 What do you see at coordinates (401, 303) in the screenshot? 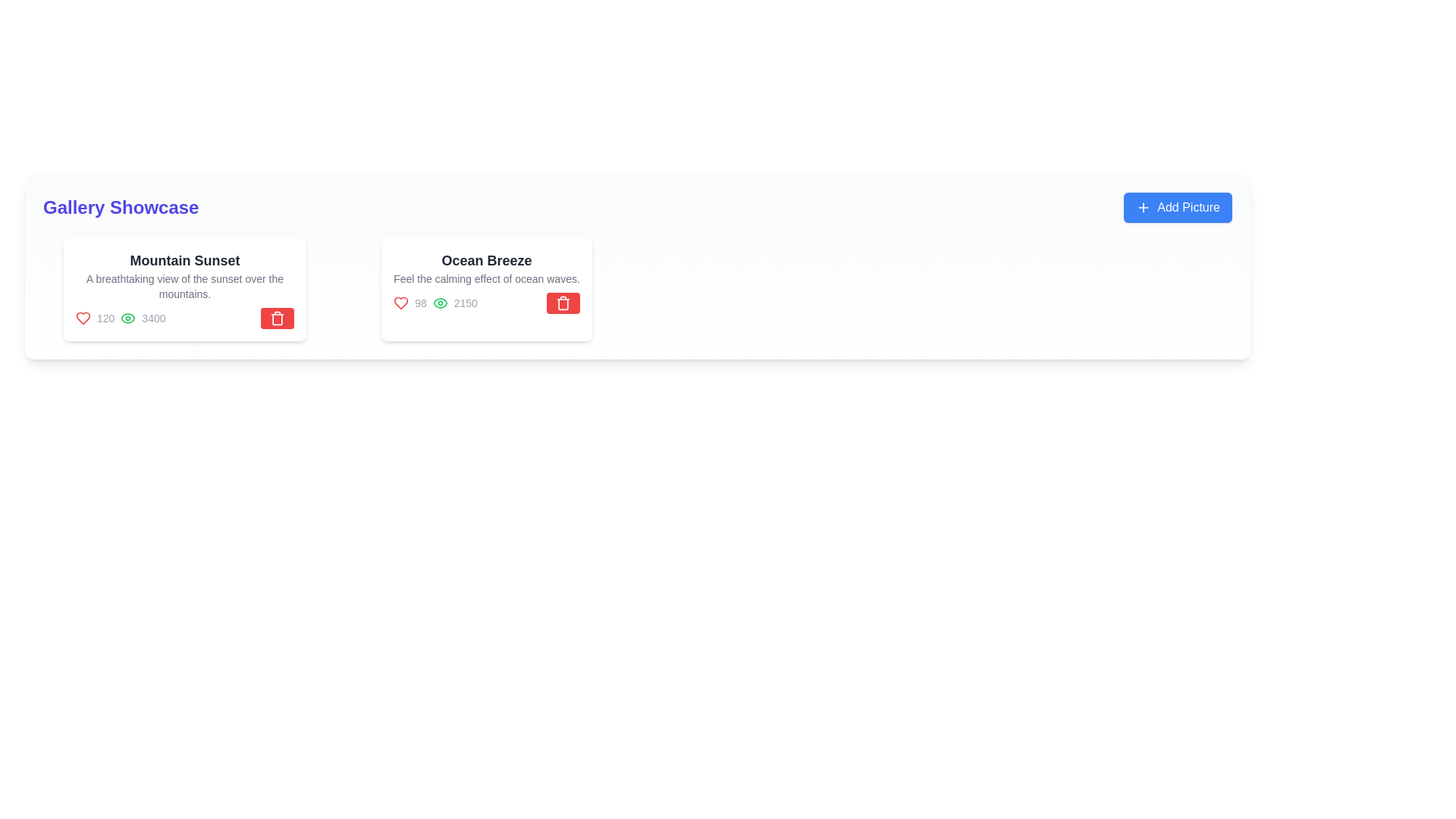
I see `the leftmost heart icon in the interaction summary row below the 'Ocean Breeze' card to express appreciation for the card's content` at bounding box center [401, 303].